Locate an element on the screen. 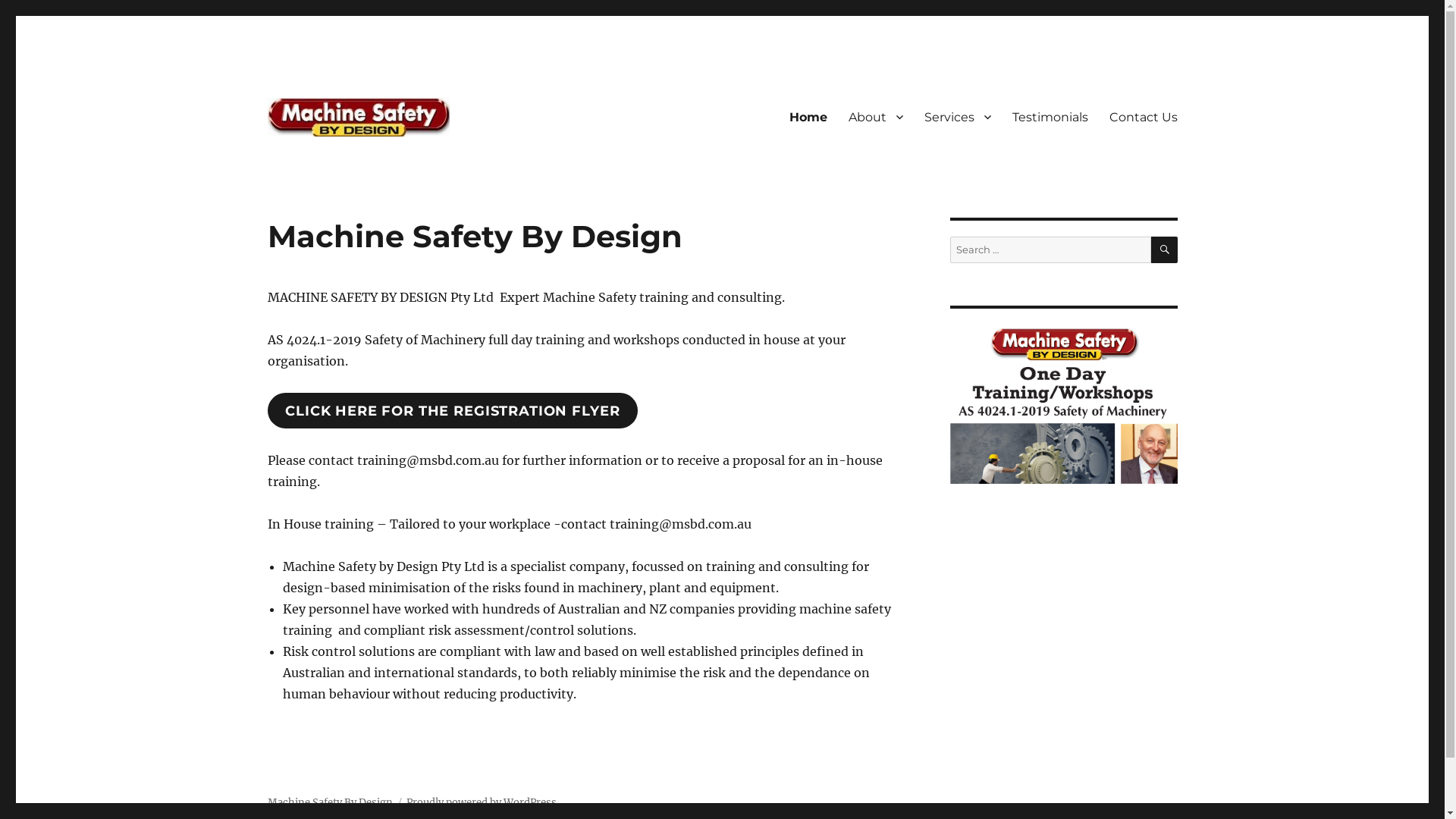  'SEARCH' is located at coordinates (1150, 249).